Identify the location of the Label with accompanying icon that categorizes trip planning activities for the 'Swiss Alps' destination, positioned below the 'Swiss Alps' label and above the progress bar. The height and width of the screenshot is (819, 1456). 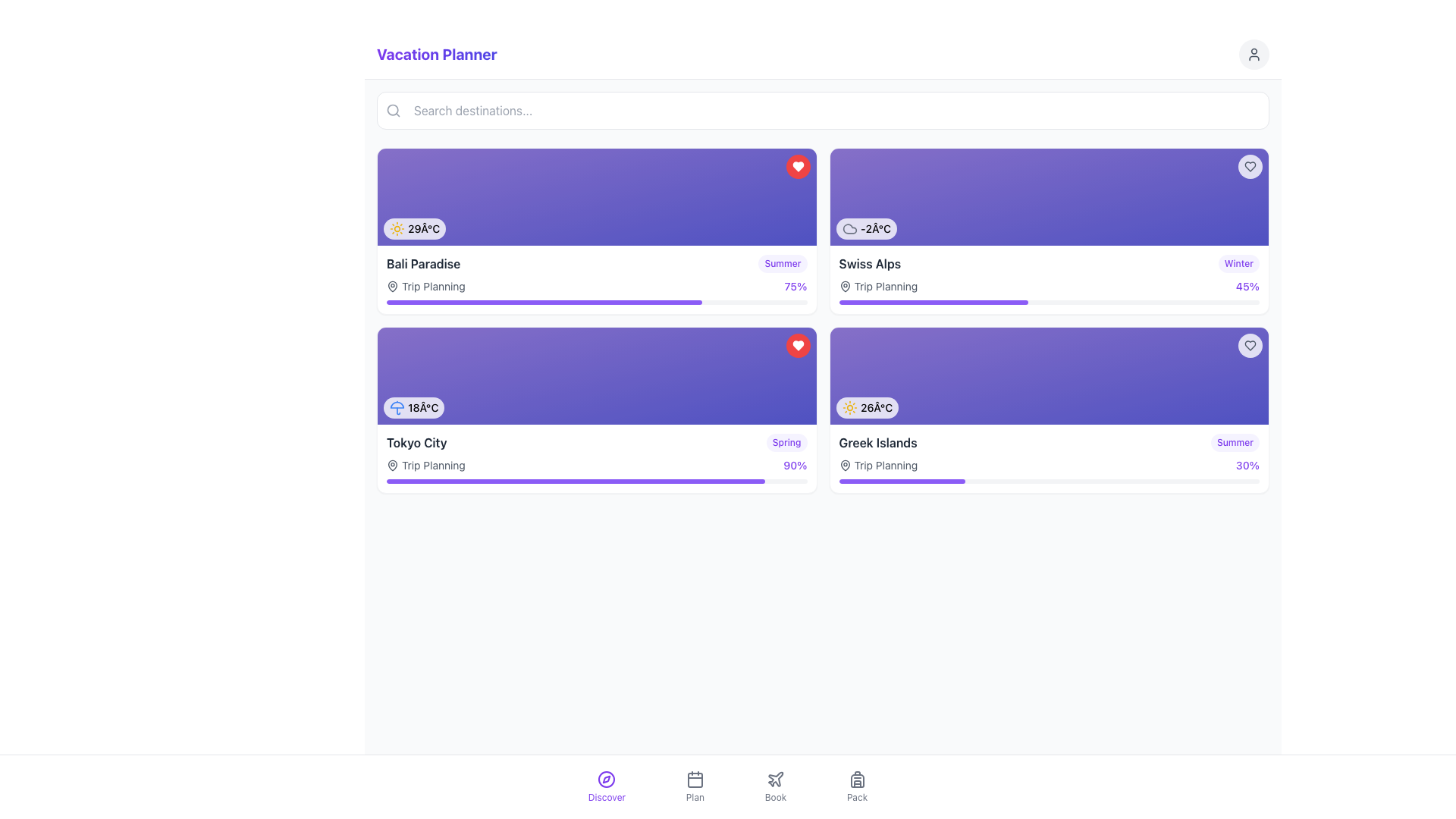
(878, 287).